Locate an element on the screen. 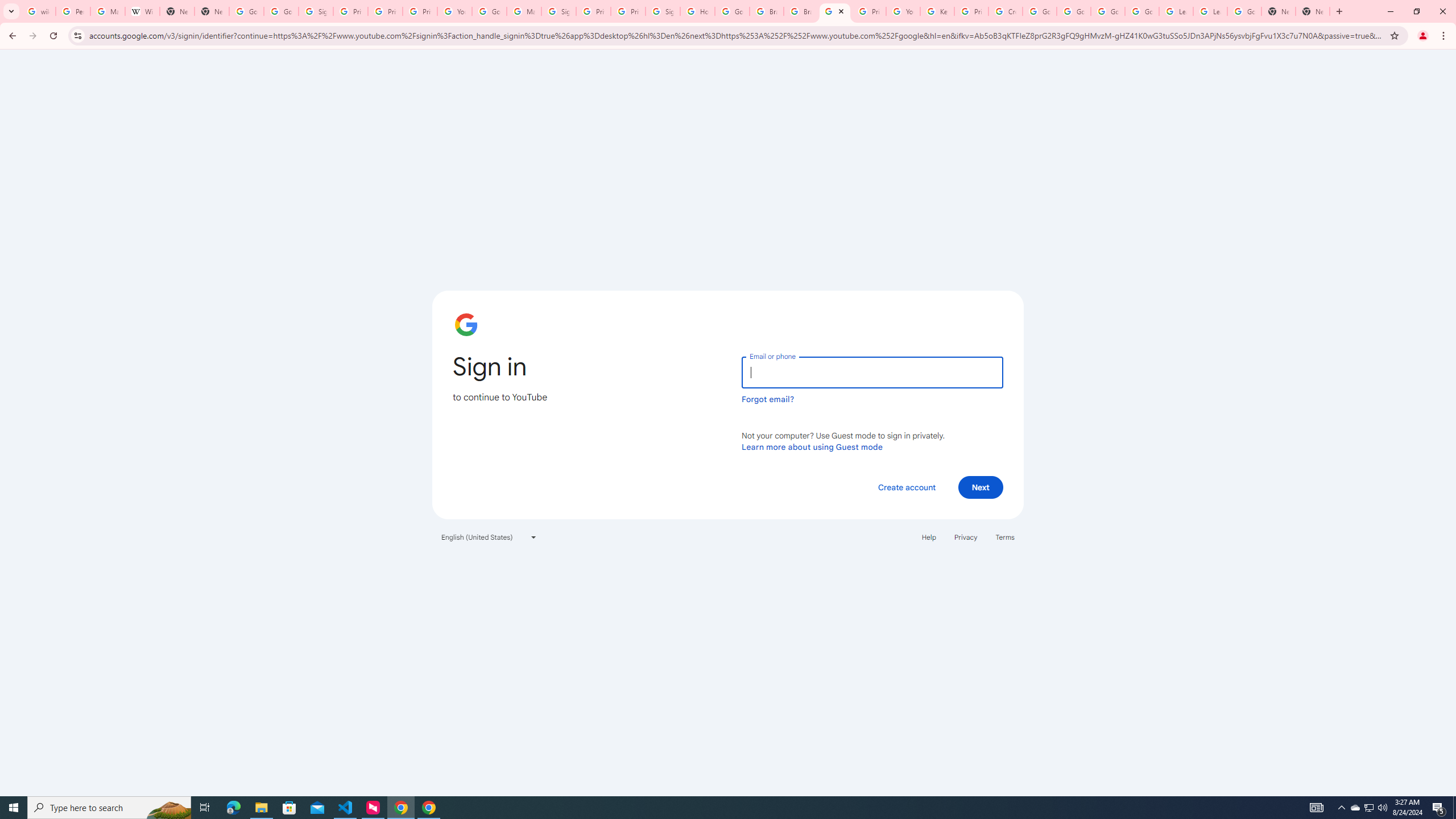 This screenshot has width=1456, height=819. 'Google Drive: Sign-in' is located at coordinates (281, 11).